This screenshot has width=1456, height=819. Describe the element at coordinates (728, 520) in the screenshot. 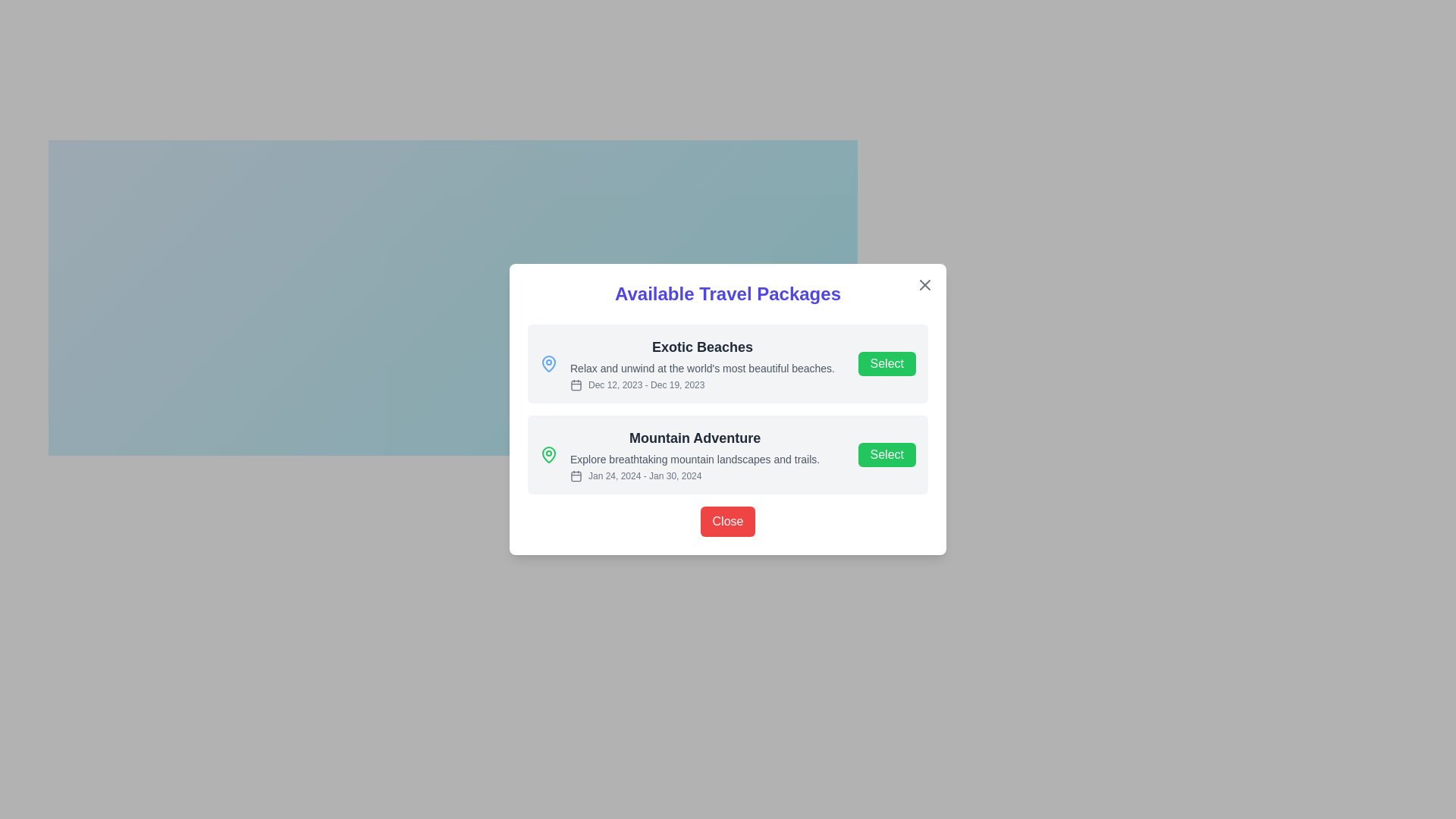

I see `the red button with rounded corners labeled 'Close' located at the bottom of the modal dialog titled 'Available Travel Packages'` at that location.